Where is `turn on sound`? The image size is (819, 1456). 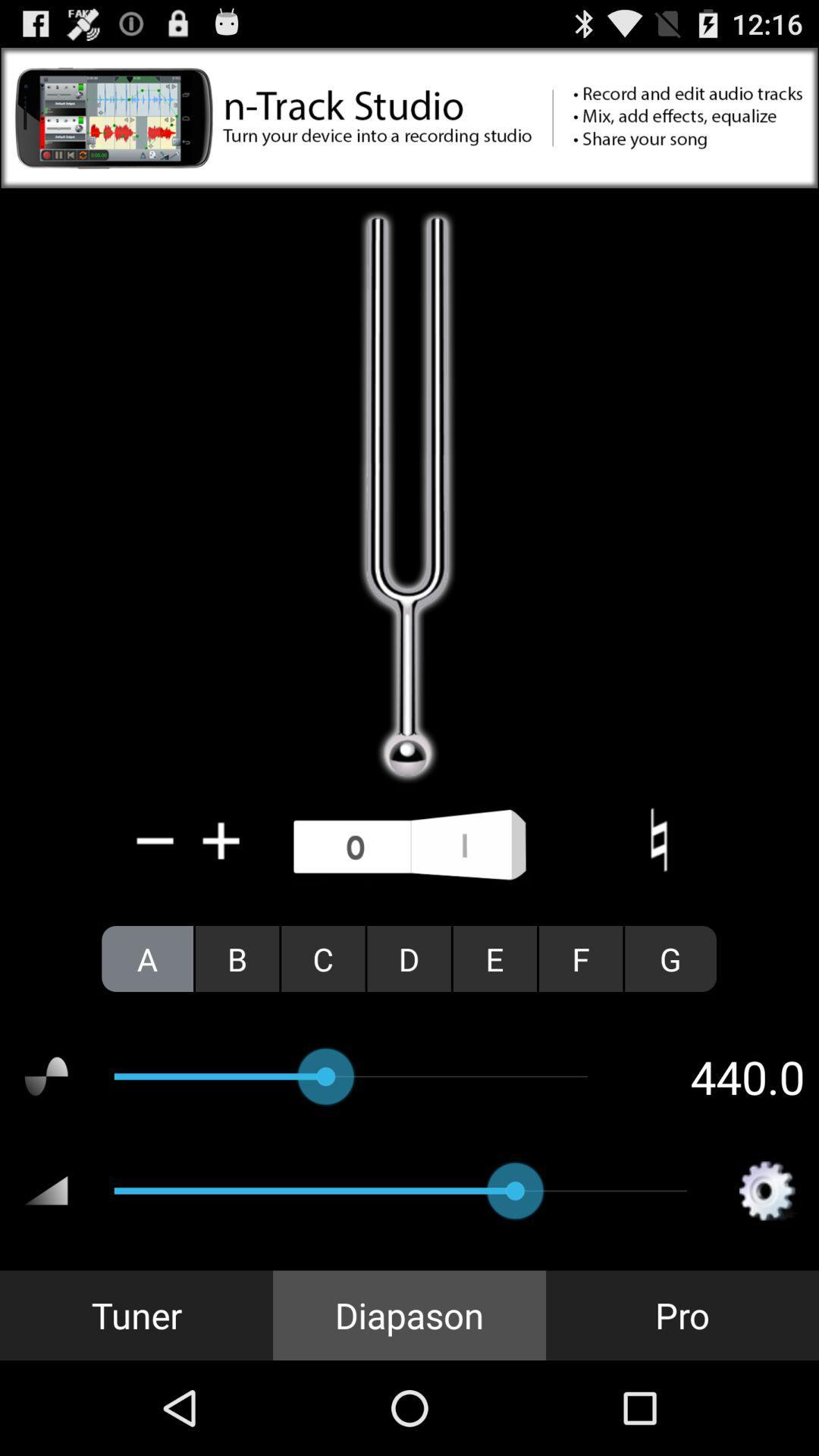
turn on sound is located at coordinates (409, 846).